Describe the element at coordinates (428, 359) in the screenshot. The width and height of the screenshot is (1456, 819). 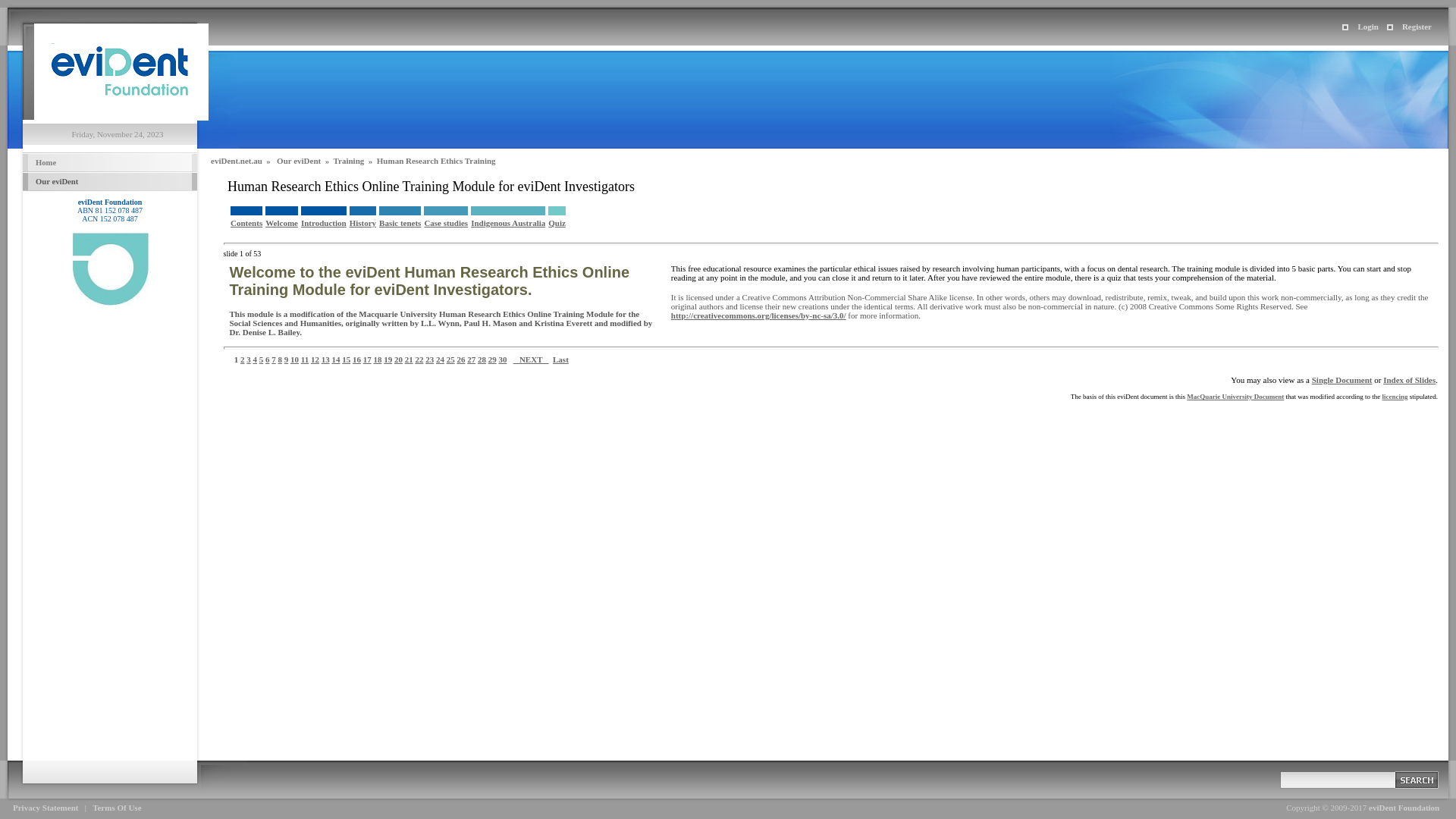
I see `'23'` at that location.